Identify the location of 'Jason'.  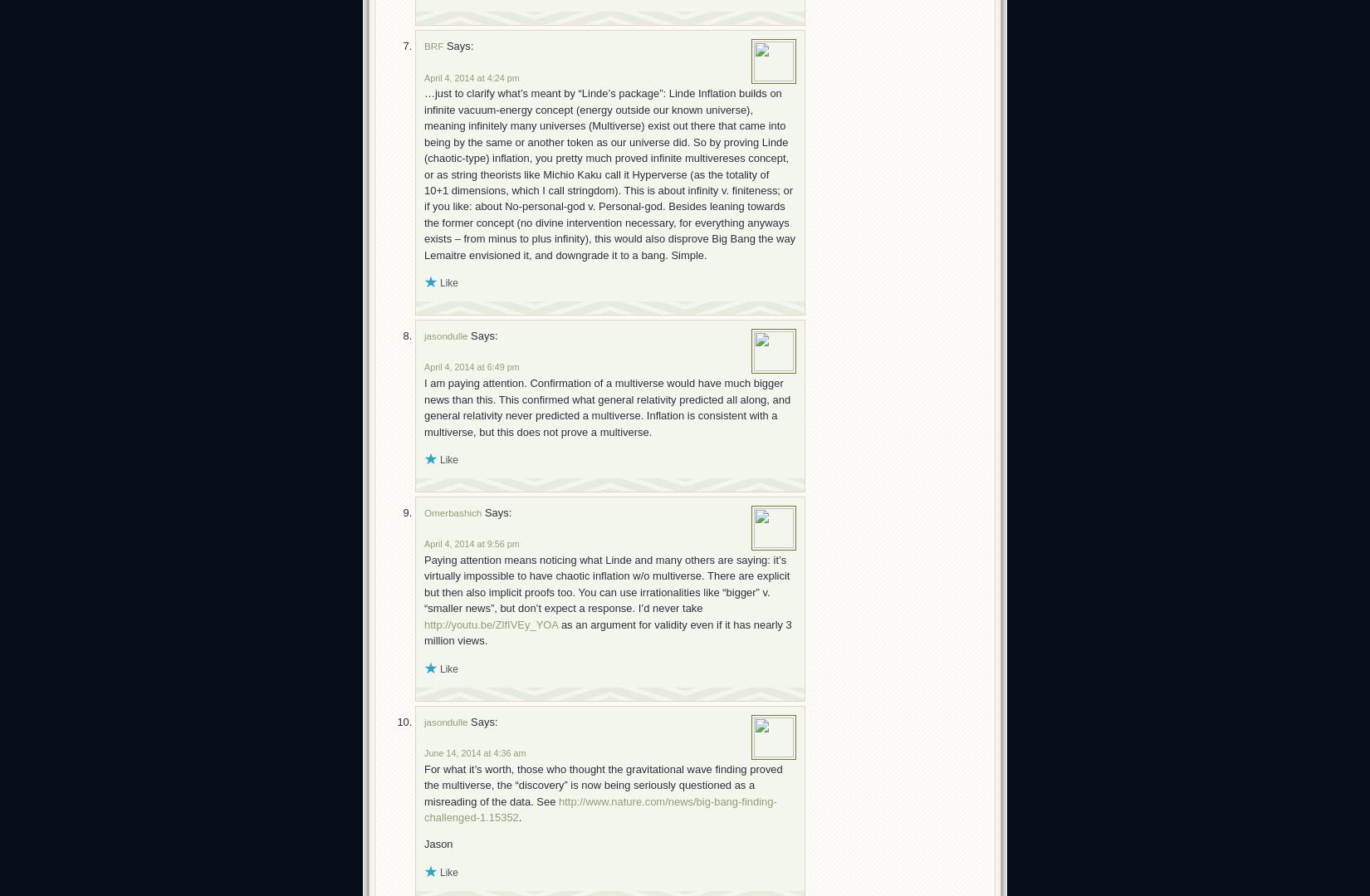
(423, 844).